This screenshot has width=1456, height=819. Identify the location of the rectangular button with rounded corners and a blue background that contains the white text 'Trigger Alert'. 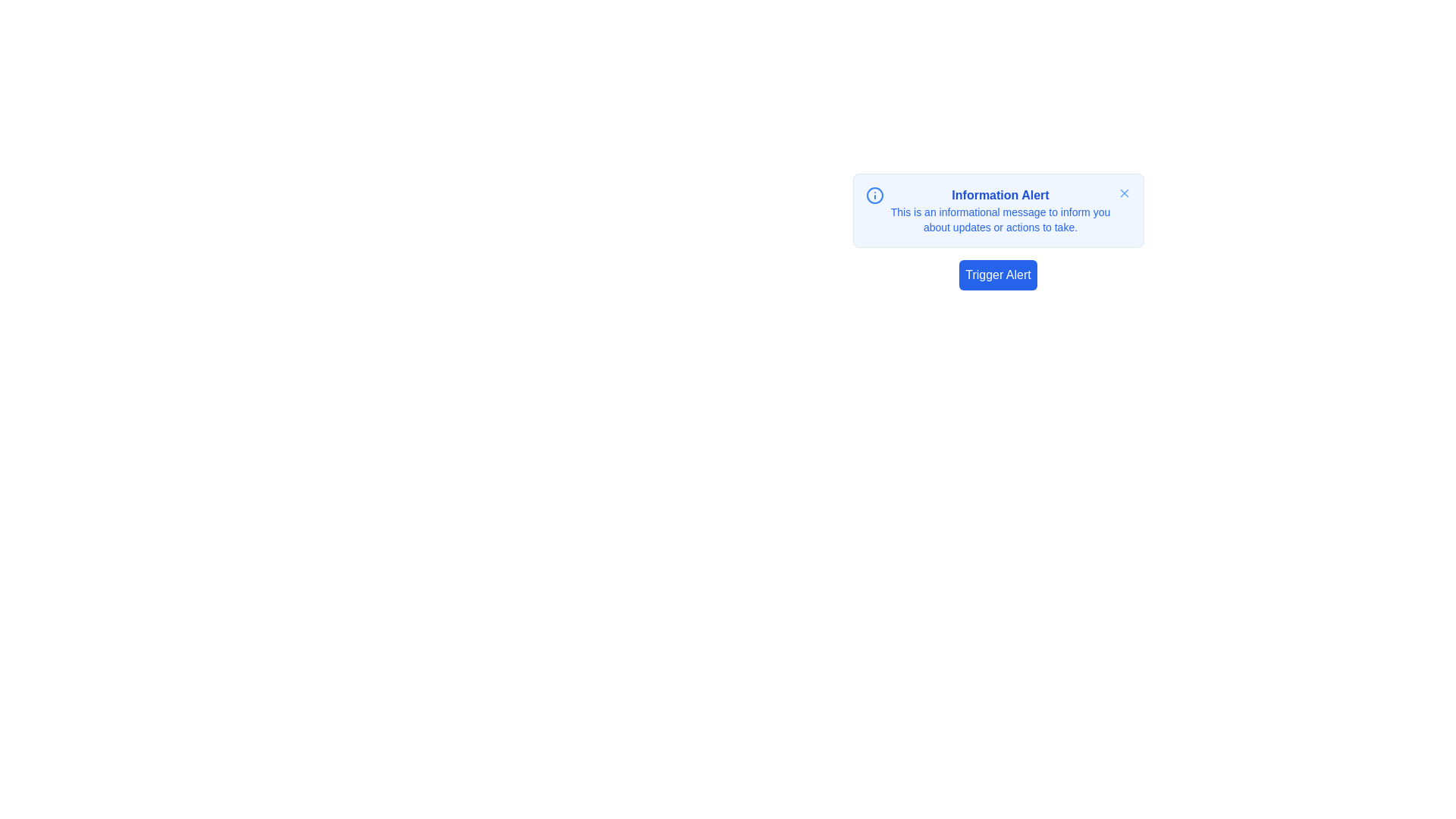
(997, 275).